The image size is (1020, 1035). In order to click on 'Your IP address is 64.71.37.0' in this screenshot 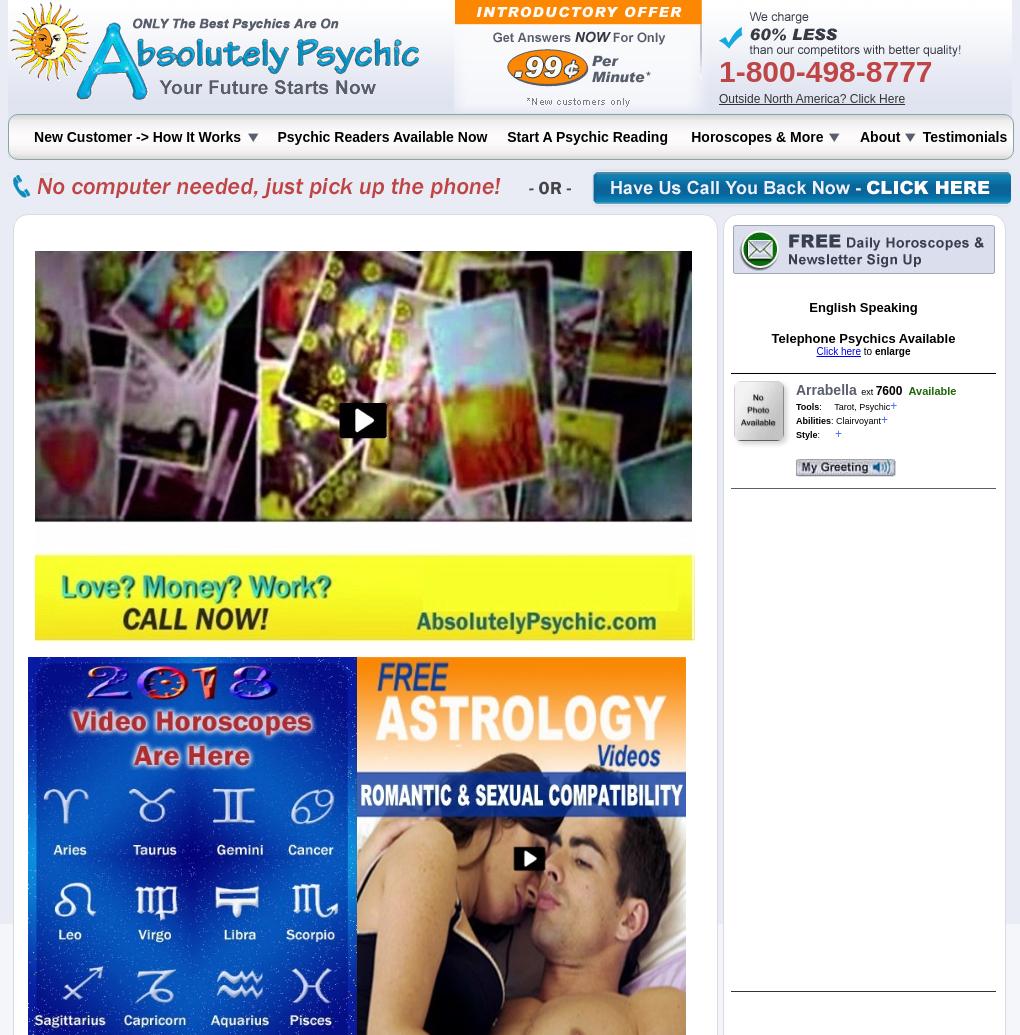, I will do `click(199, 42)`.